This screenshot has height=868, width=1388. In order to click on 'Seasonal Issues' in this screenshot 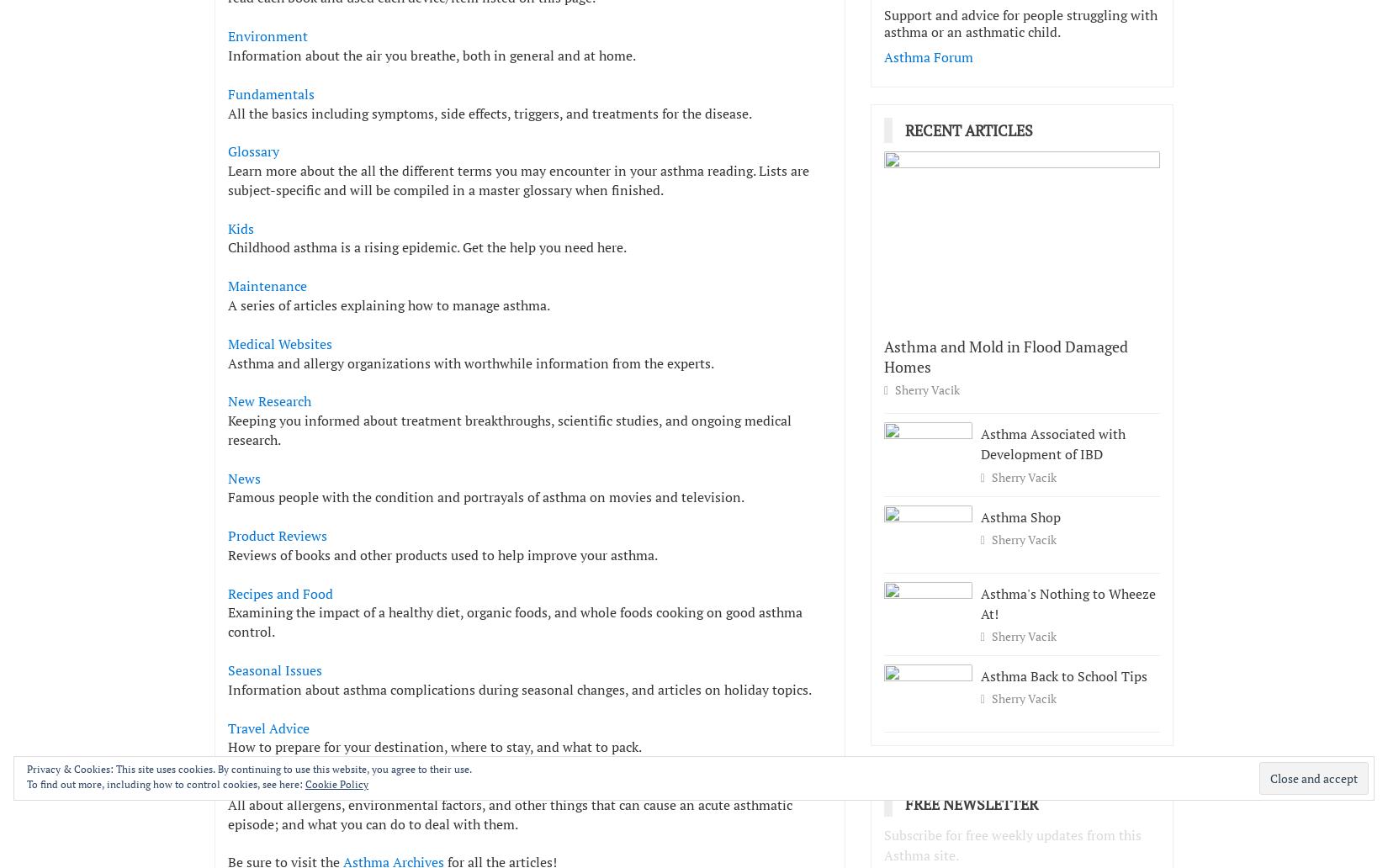, I will do `click(275, 670)`.